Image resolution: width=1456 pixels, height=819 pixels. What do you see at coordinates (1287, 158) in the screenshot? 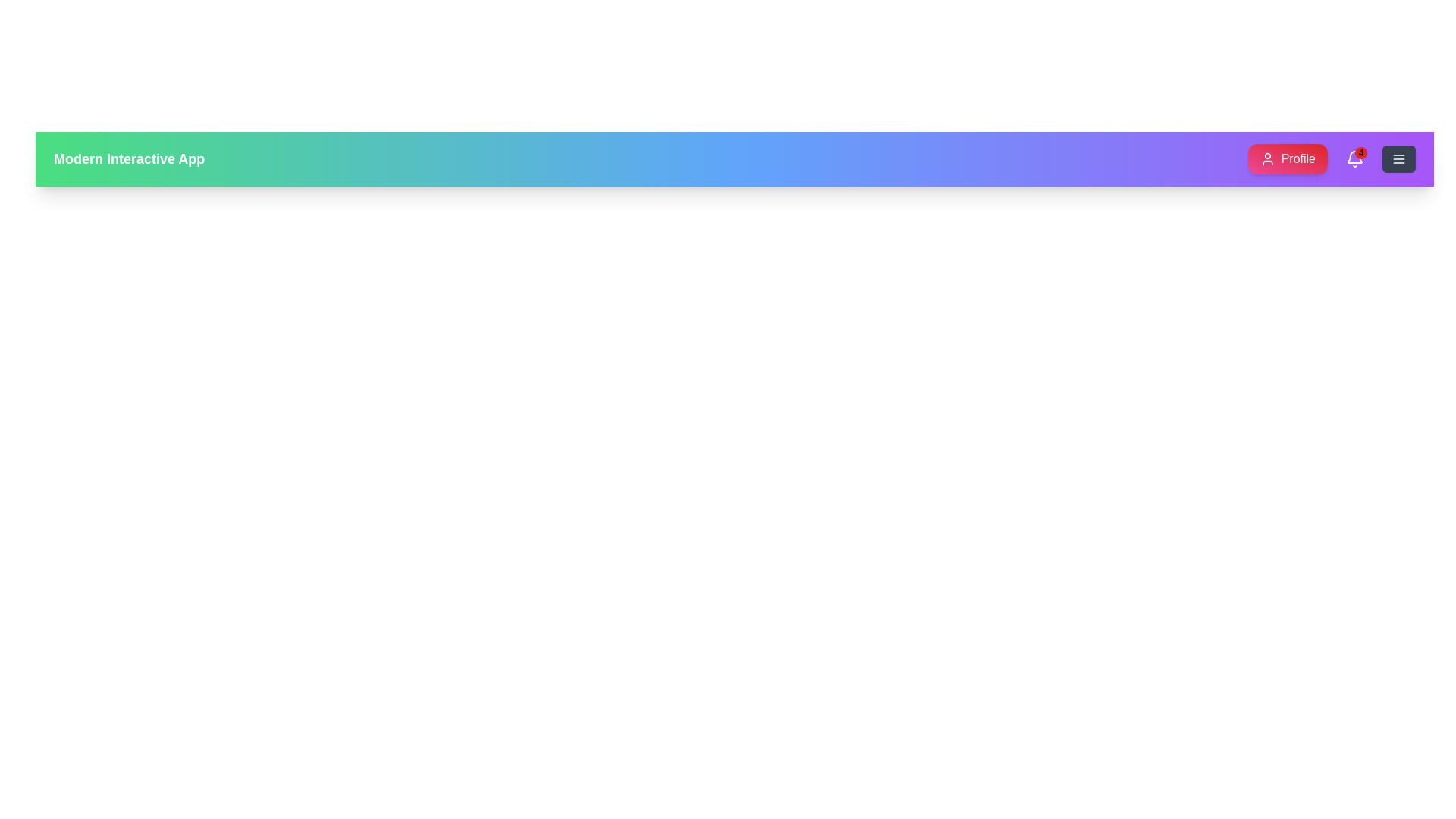
I see `the 'Profile' button to access user profile options` at bounding box center [1287, 158].